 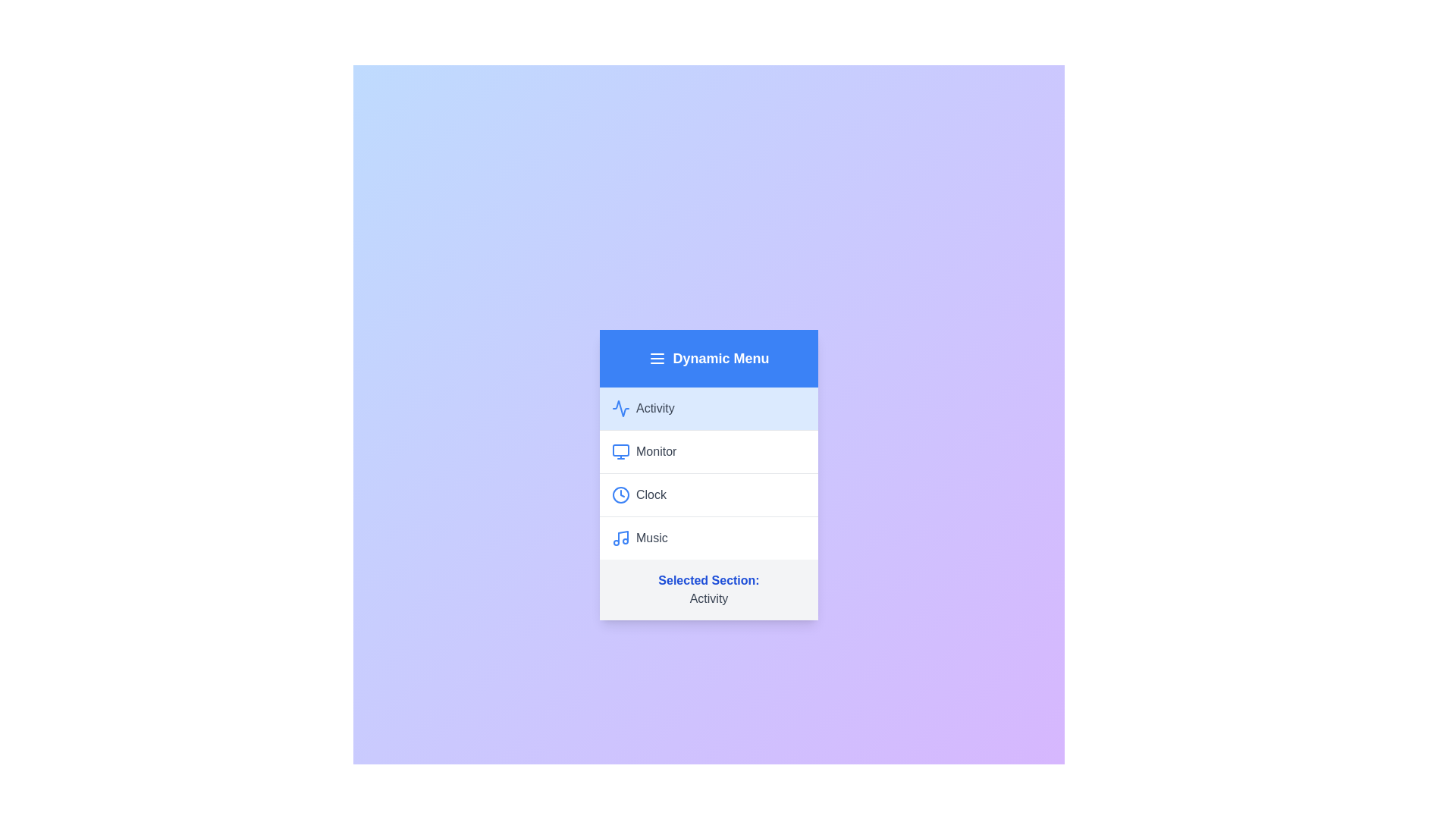 I want to click on the menu item Music to observe the hover effect, so click(x=708, y=537).